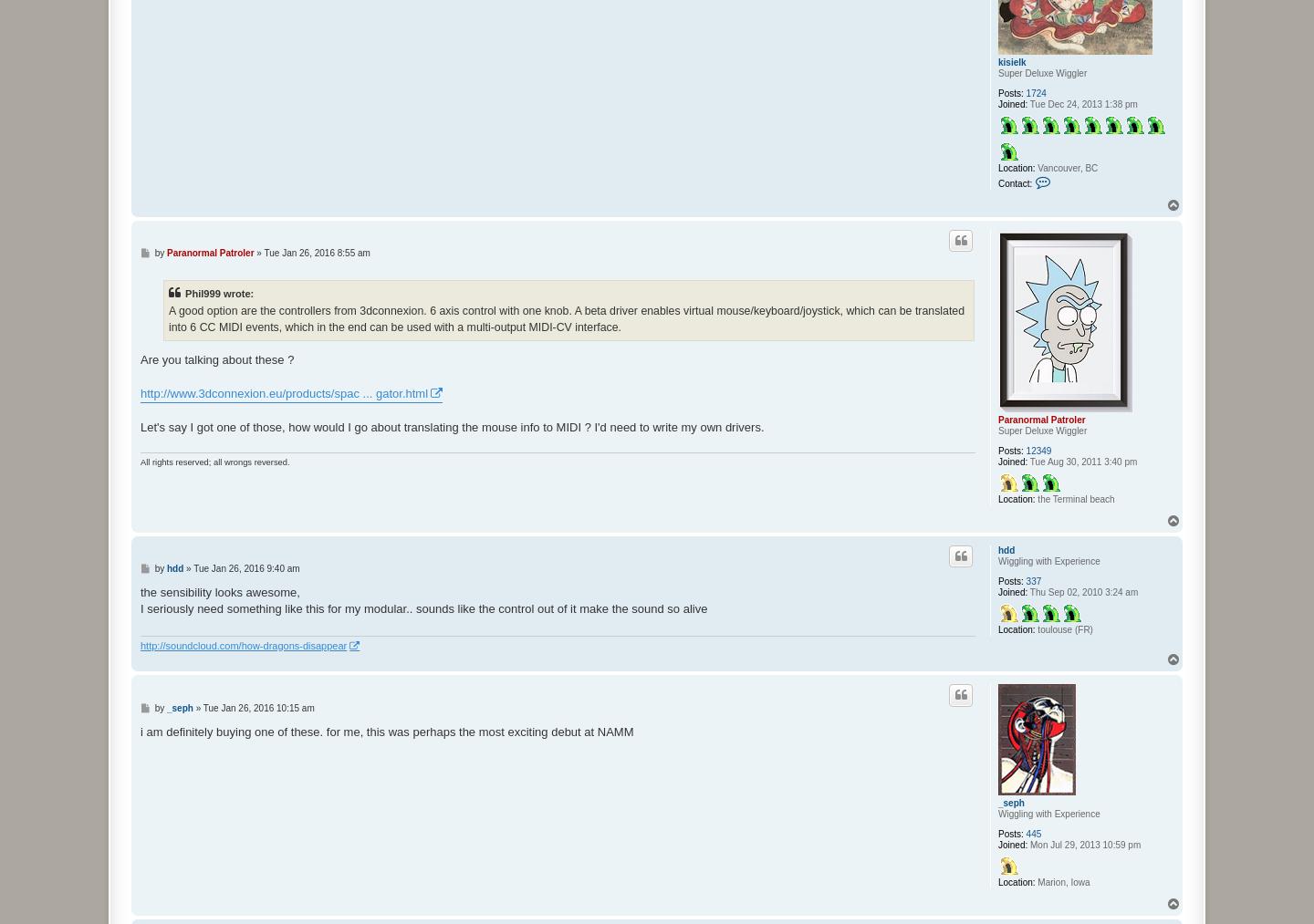  Describe the element at coordinates (217, 359) in the screenshot. I see `'Are you talking about these ?'` at that location.